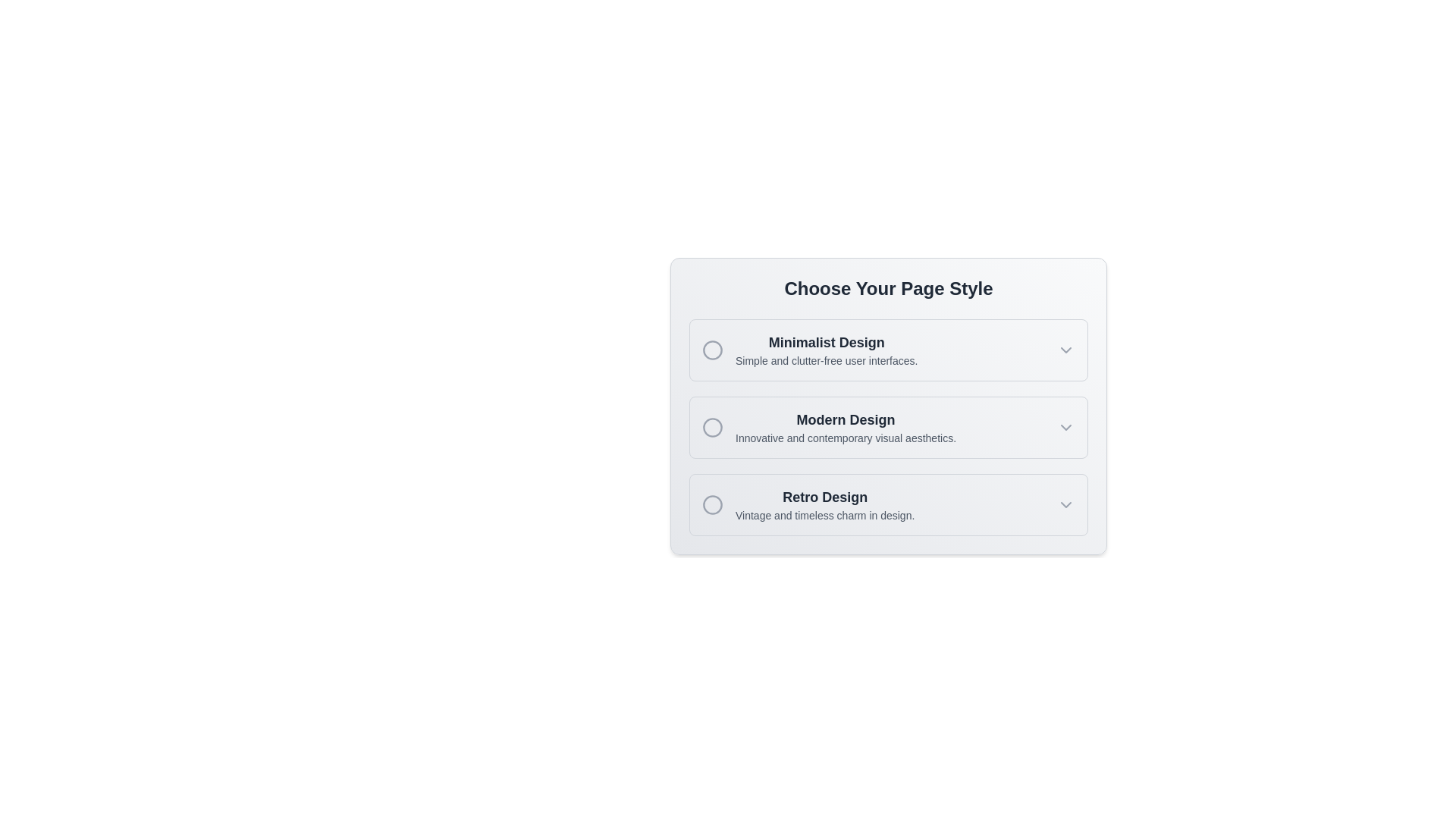  What do you see at coordinates (712, 427) in the screenshot?
I see `the circular radio button indicator located to the left of the text 'Modern Design'` at bounding box center [712, 427].